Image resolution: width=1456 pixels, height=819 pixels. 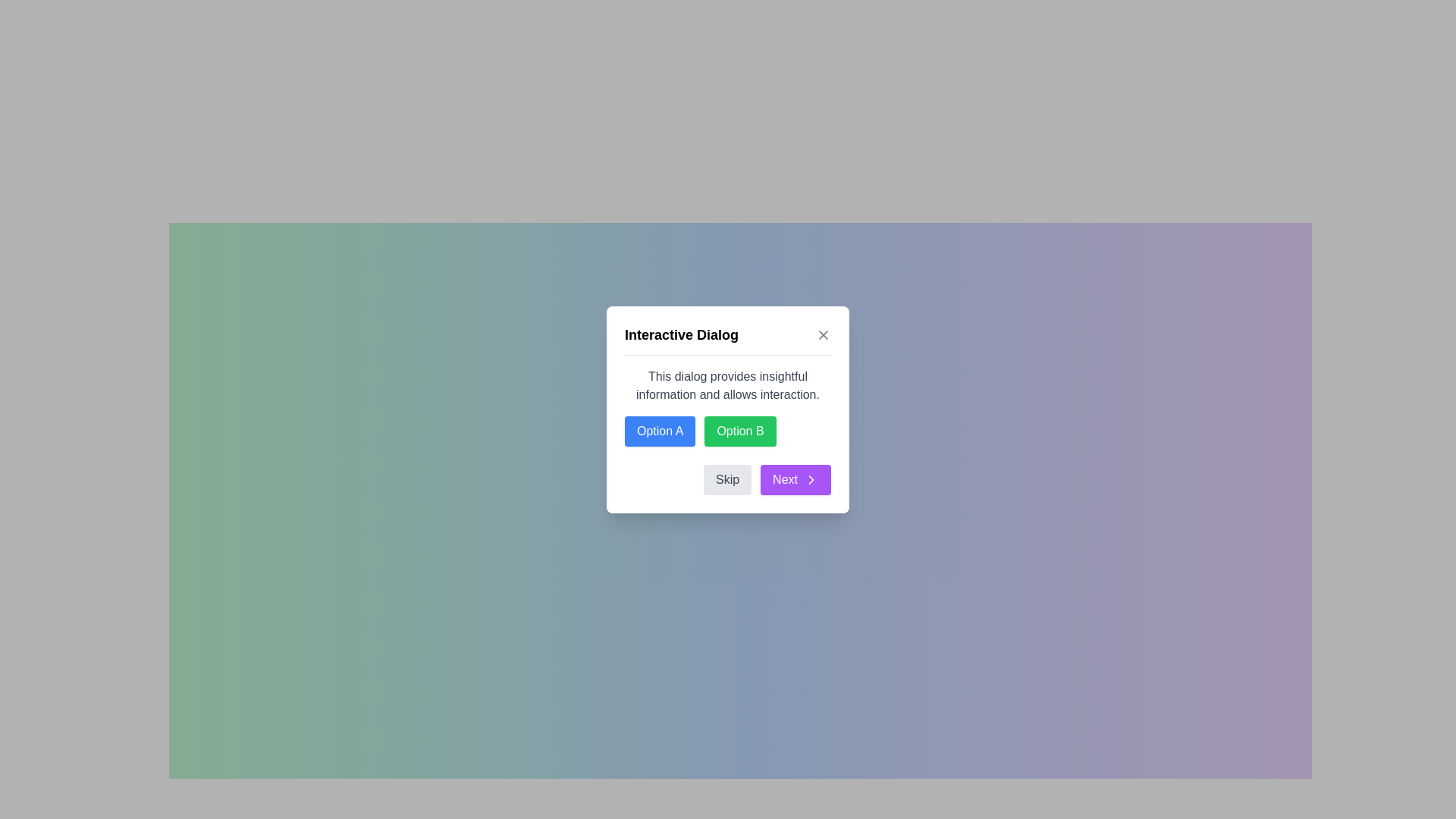 I want to click on the button labeled 'Option B' with a green background, so click(x=740, y=431).